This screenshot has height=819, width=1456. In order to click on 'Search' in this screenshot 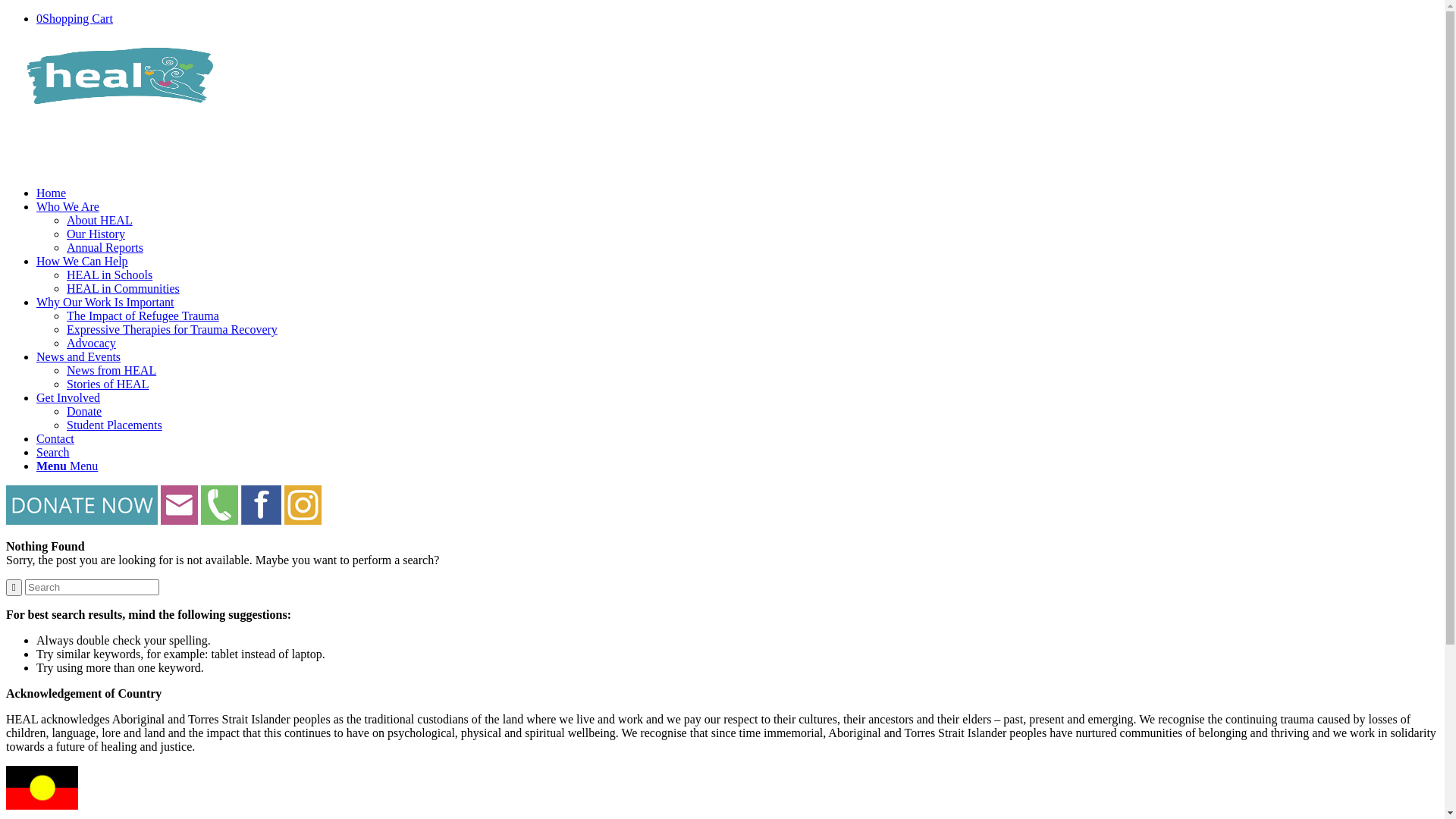, I will do `click(53, 451)`.